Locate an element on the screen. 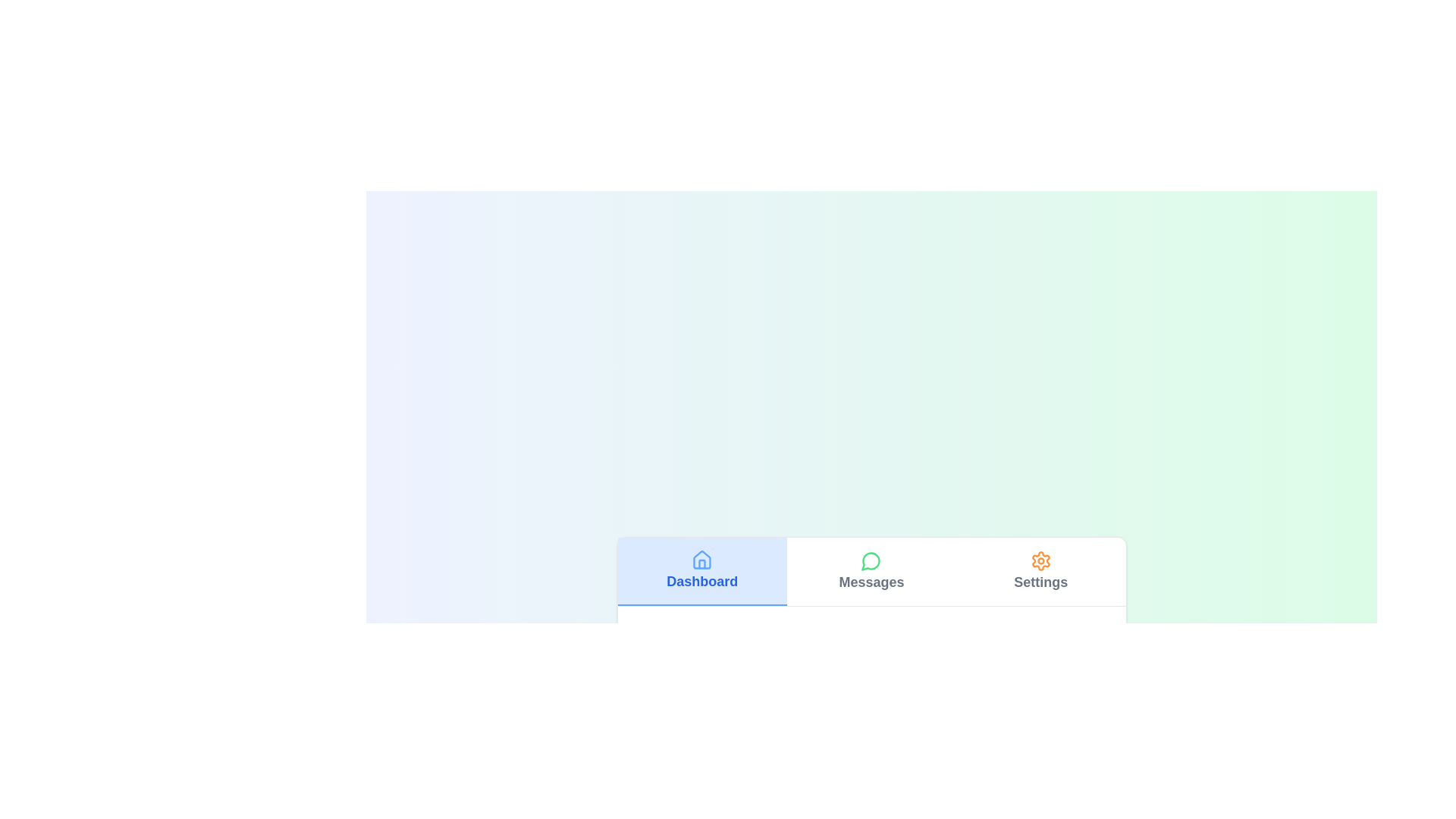  the Dashboard tab by clicking on its corresponding button is located at coordinates (701, 570).